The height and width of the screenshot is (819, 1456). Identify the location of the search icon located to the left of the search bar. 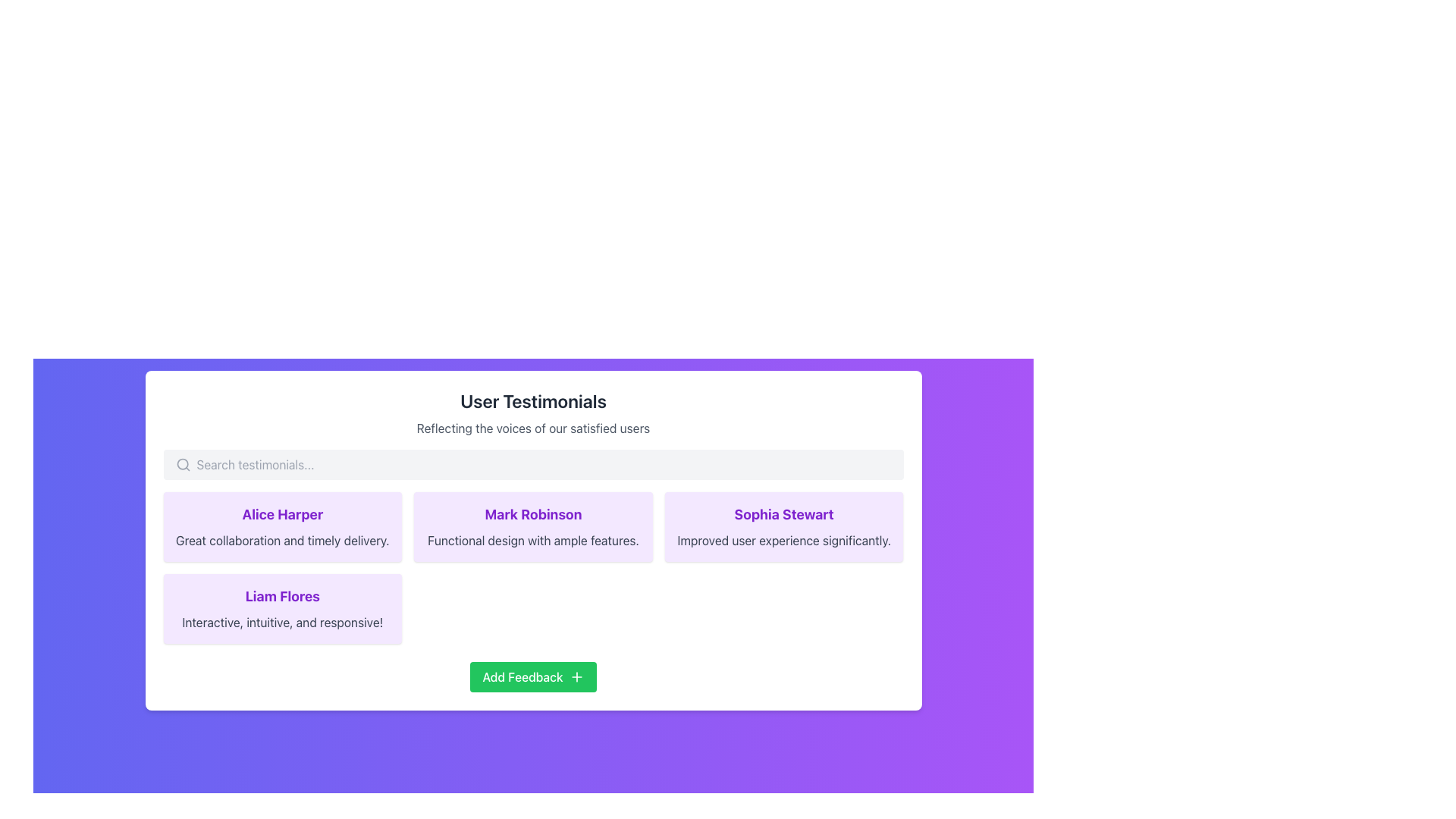
(182, 464).